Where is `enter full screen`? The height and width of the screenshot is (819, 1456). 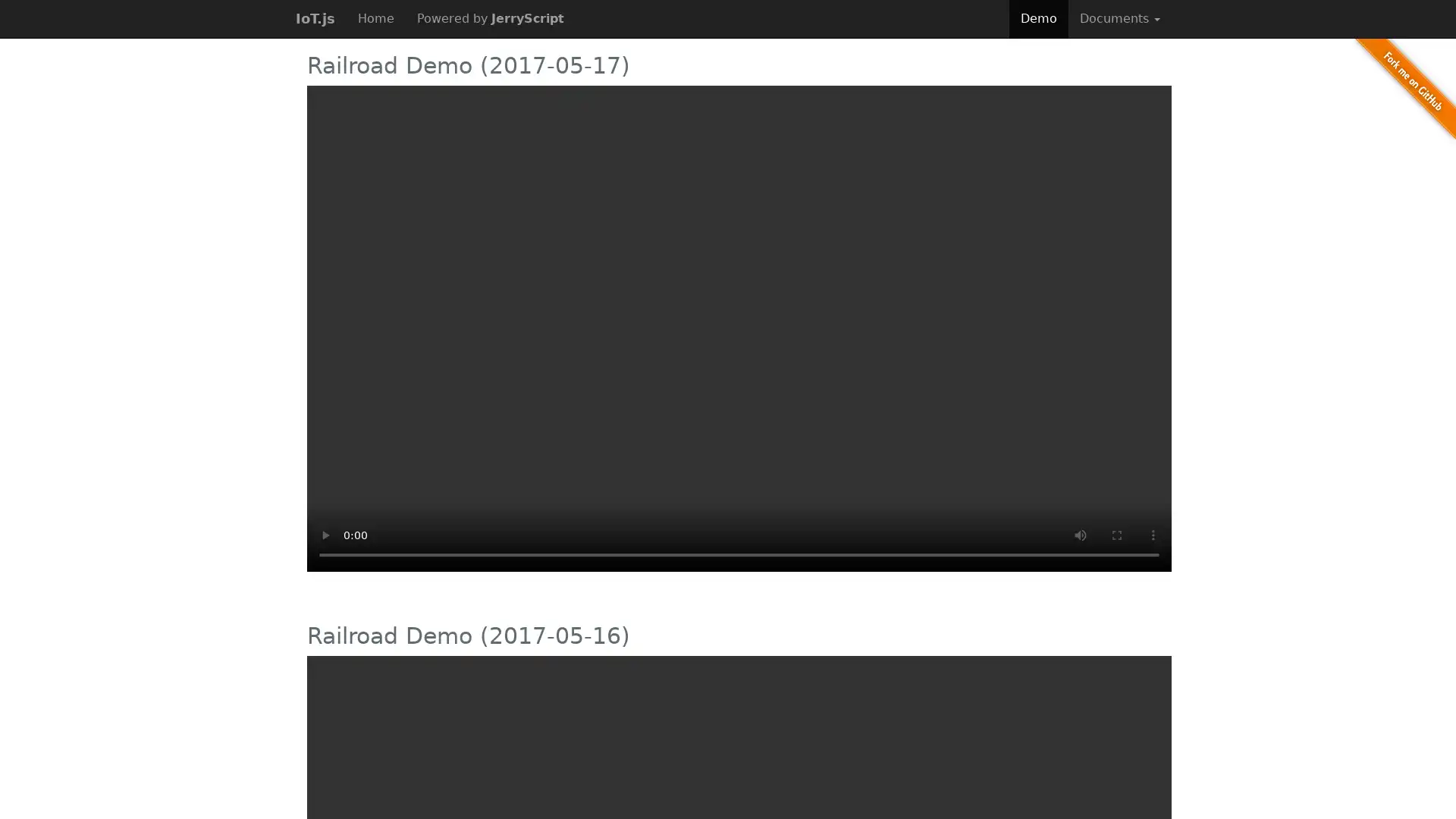 enter full screen is located at coordinates (1117, 534).